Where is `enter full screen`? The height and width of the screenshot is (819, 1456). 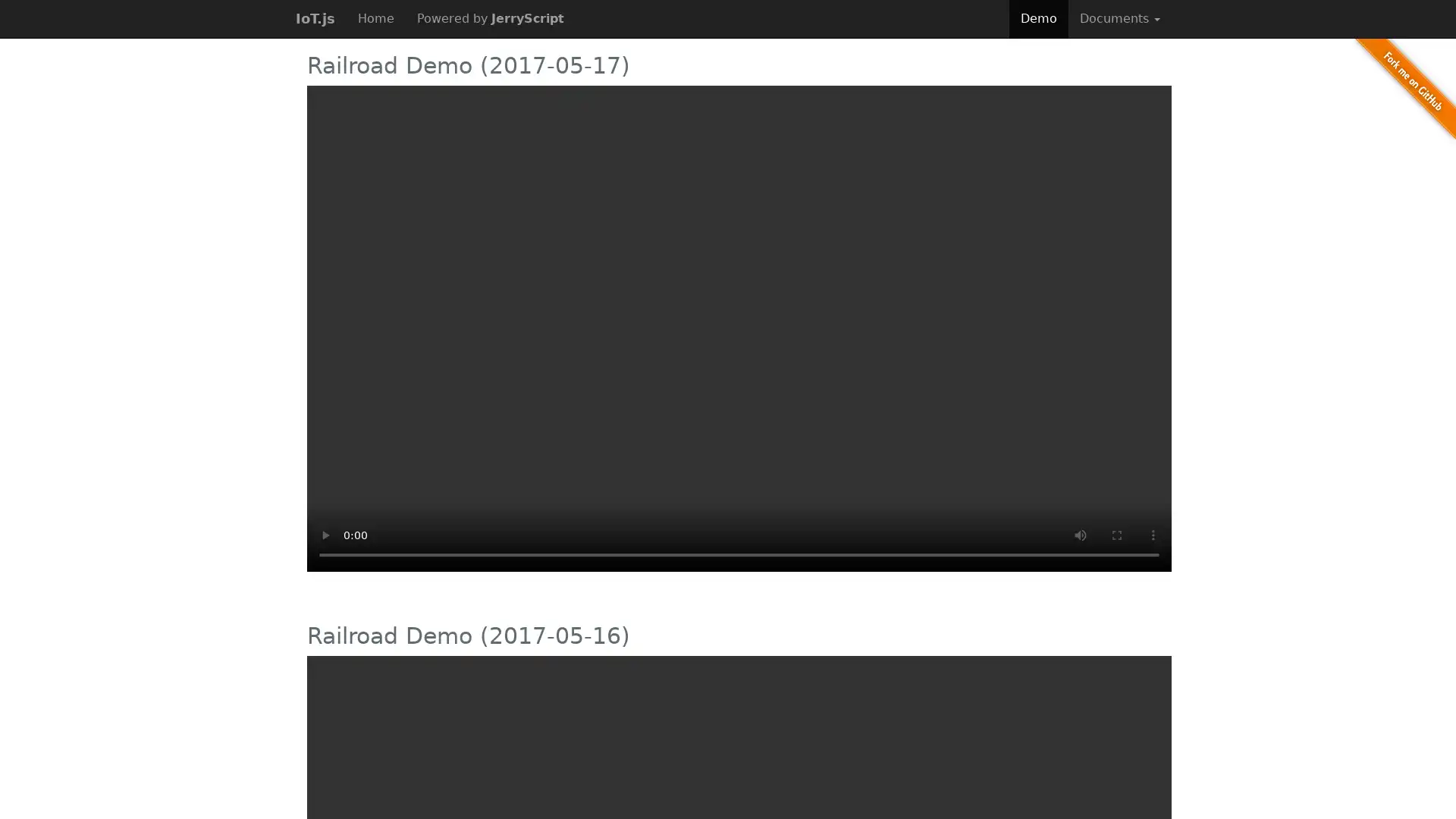 enter full screen is located at coordinates (1117, 534).